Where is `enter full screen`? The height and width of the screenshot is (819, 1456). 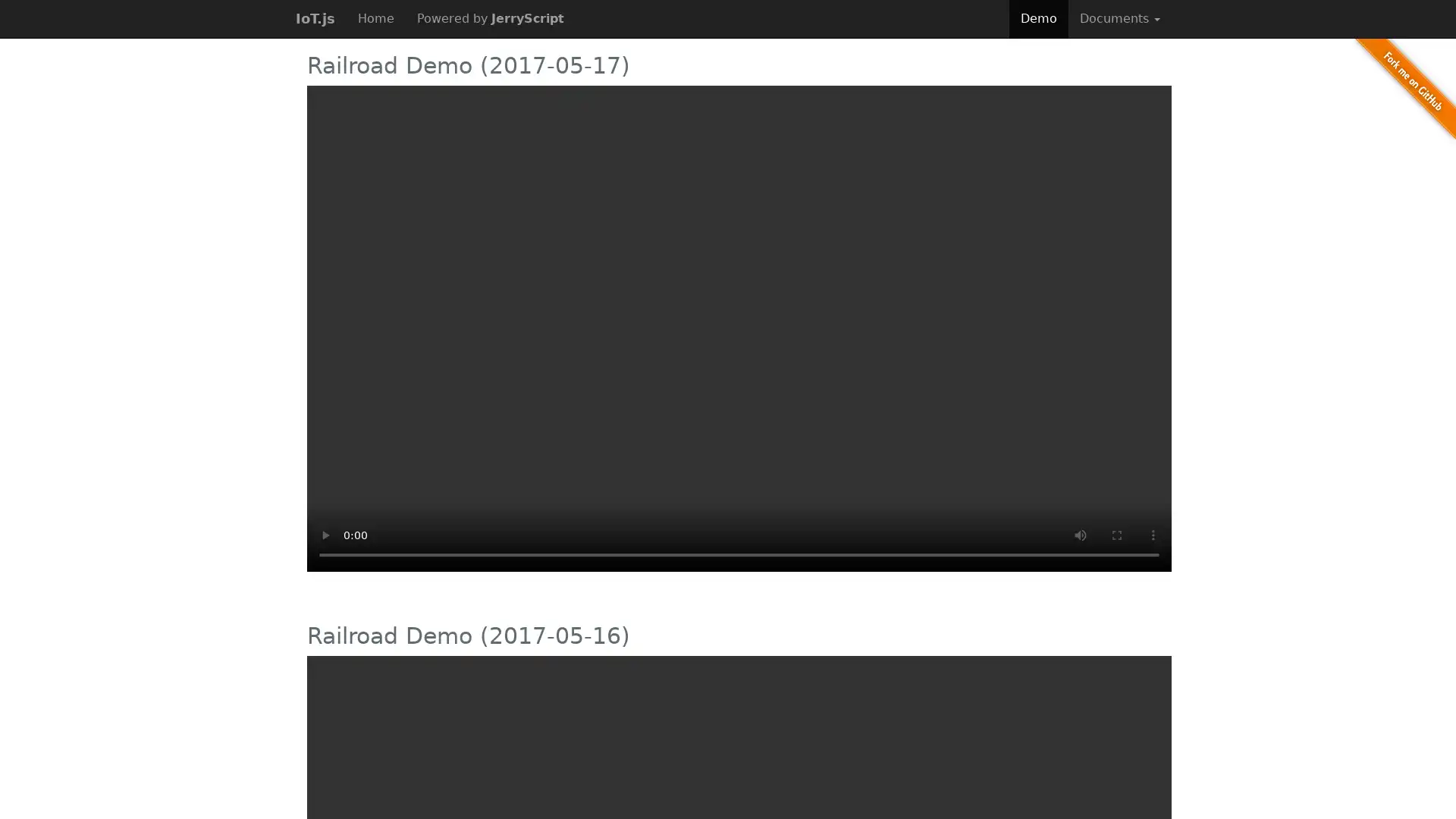 enter full screen is located at coordinates (1117, 534).